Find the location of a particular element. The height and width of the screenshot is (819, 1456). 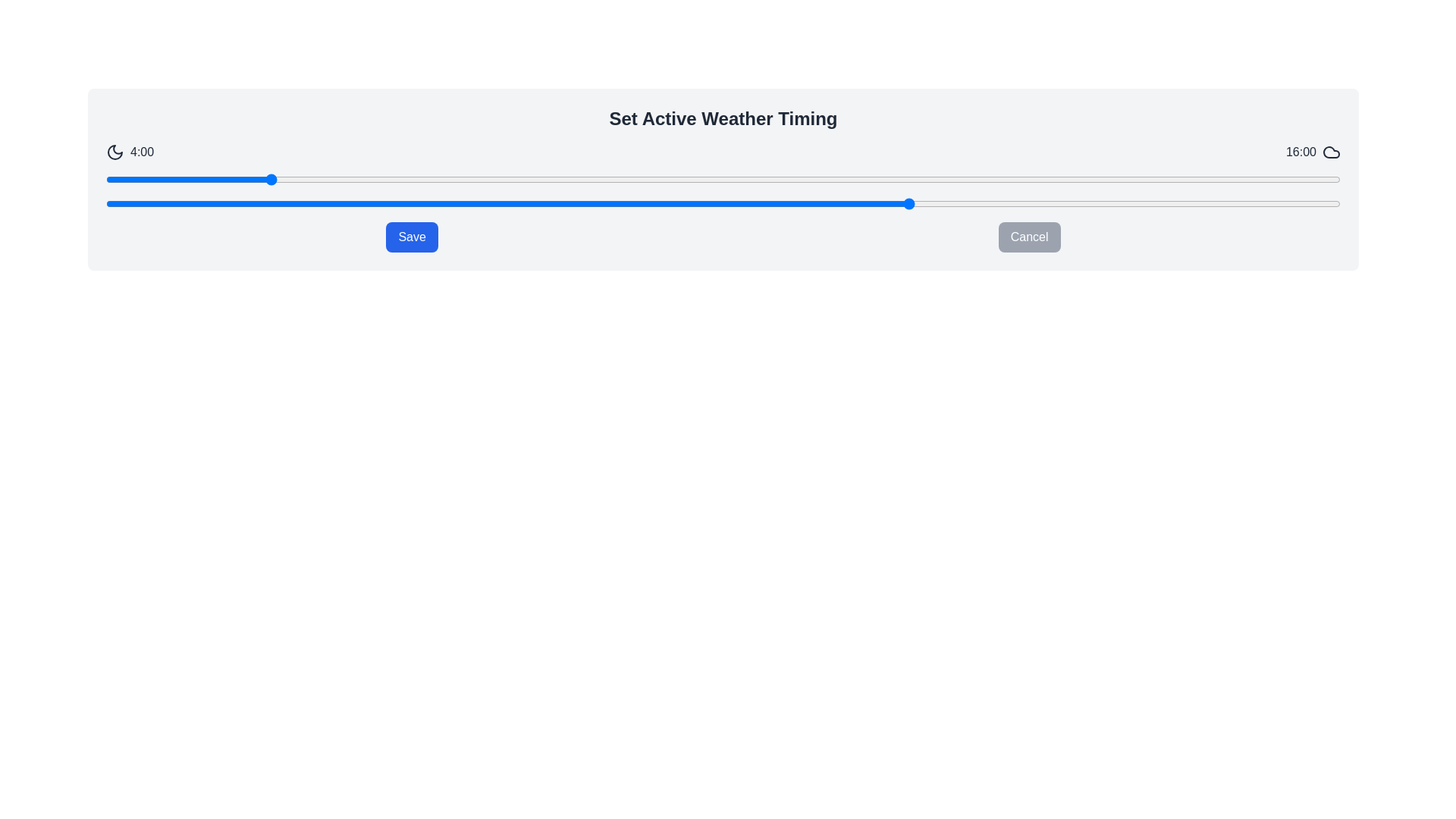

the SVG cloud icon located next to the time display '16:00' in the upper-right section of the interface is located at coordinates (1331, 152).